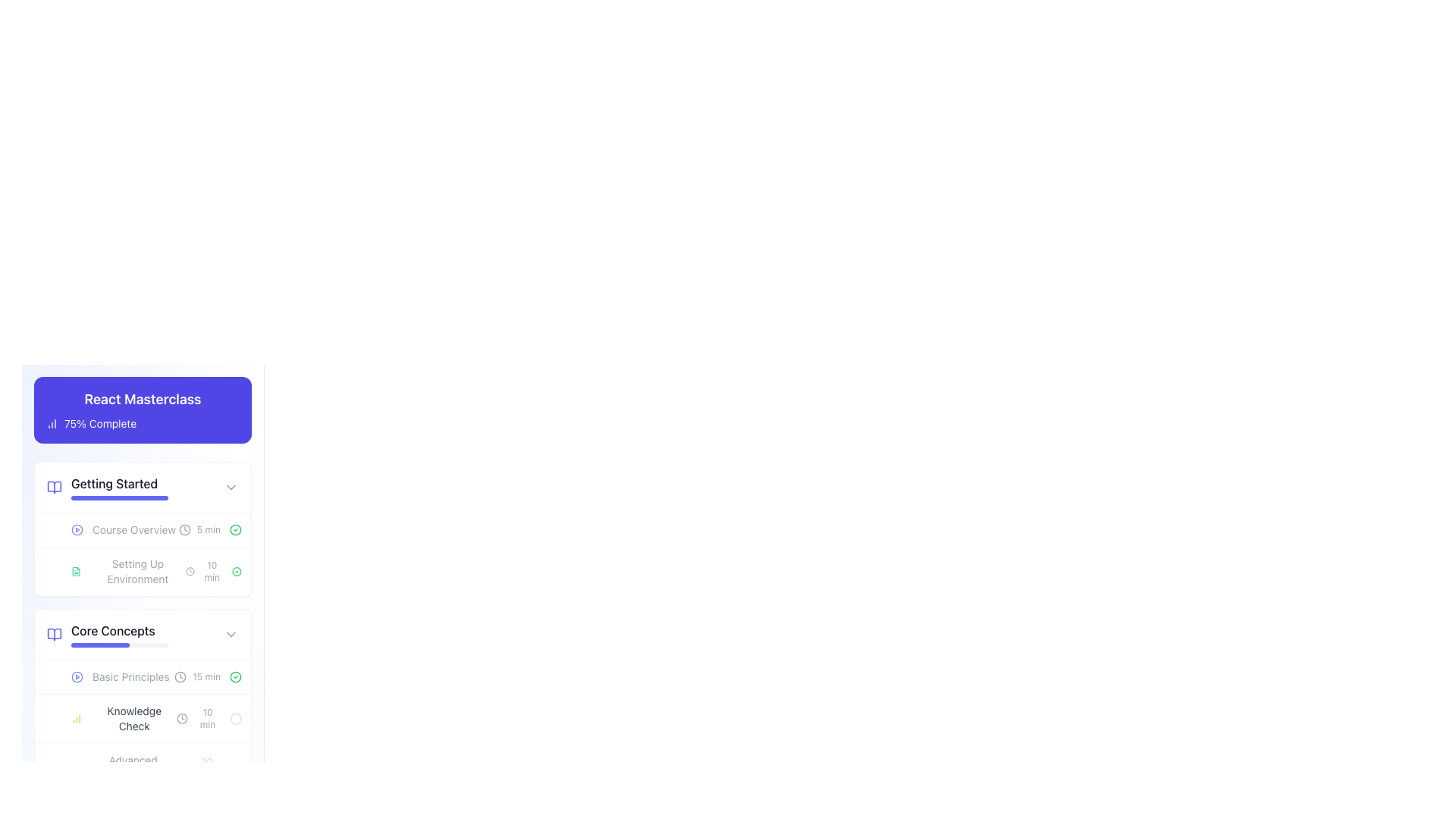 Image resolution: width=1456 pixels, height=819 pixels. What do you see at coordinates (180, 676) in the screenshot?
I see `the circular outline of the clock-like SVG icon located to the left of the 'Basic Principles' list item in the 'Core Concepts' section of the educational module interface` at bounding box center [180, 676].